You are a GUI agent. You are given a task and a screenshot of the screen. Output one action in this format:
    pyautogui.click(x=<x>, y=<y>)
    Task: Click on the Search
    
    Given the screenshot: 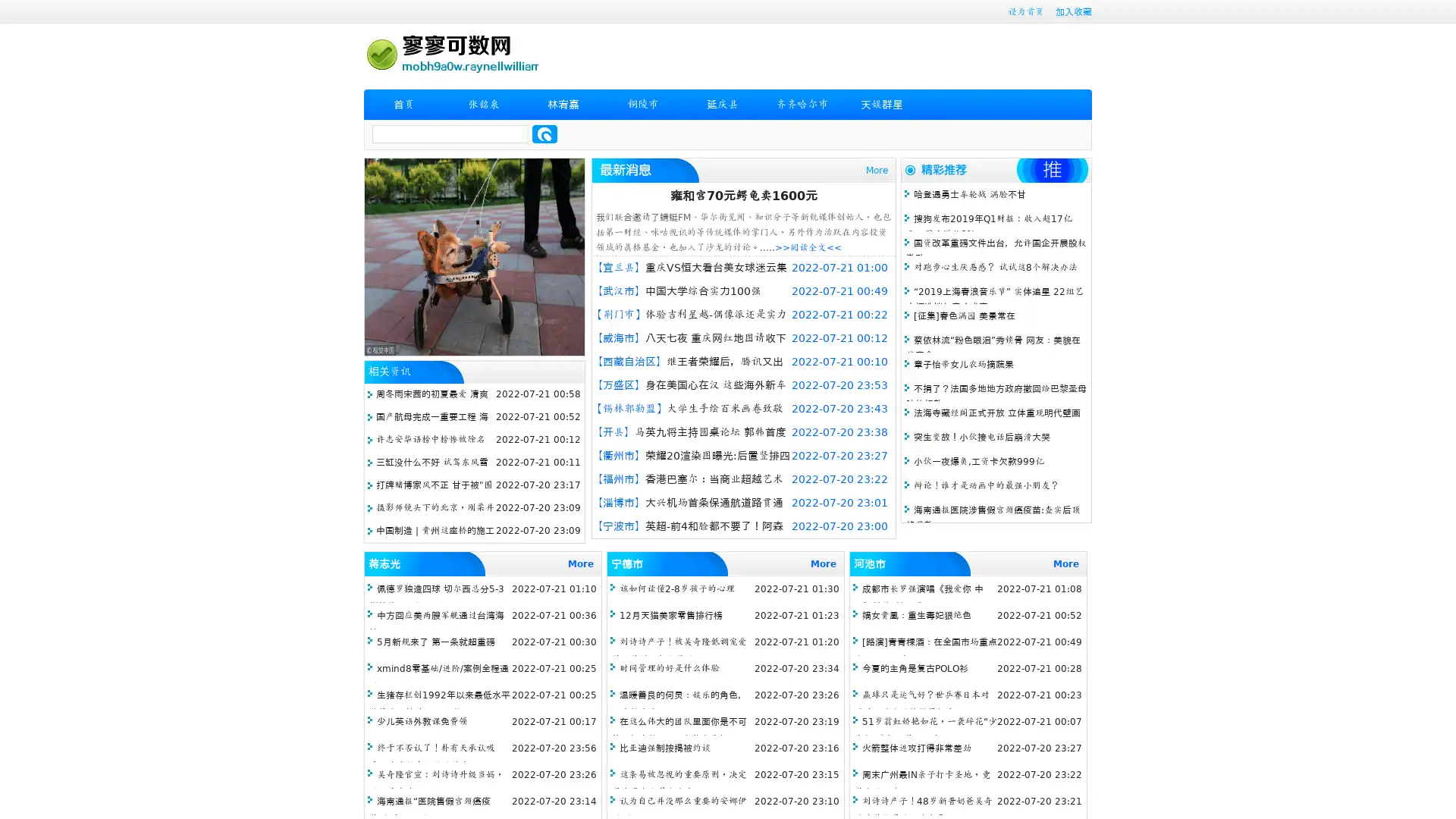 What is the action you would take?
    pyautogui.click(x=544, y=133)
    